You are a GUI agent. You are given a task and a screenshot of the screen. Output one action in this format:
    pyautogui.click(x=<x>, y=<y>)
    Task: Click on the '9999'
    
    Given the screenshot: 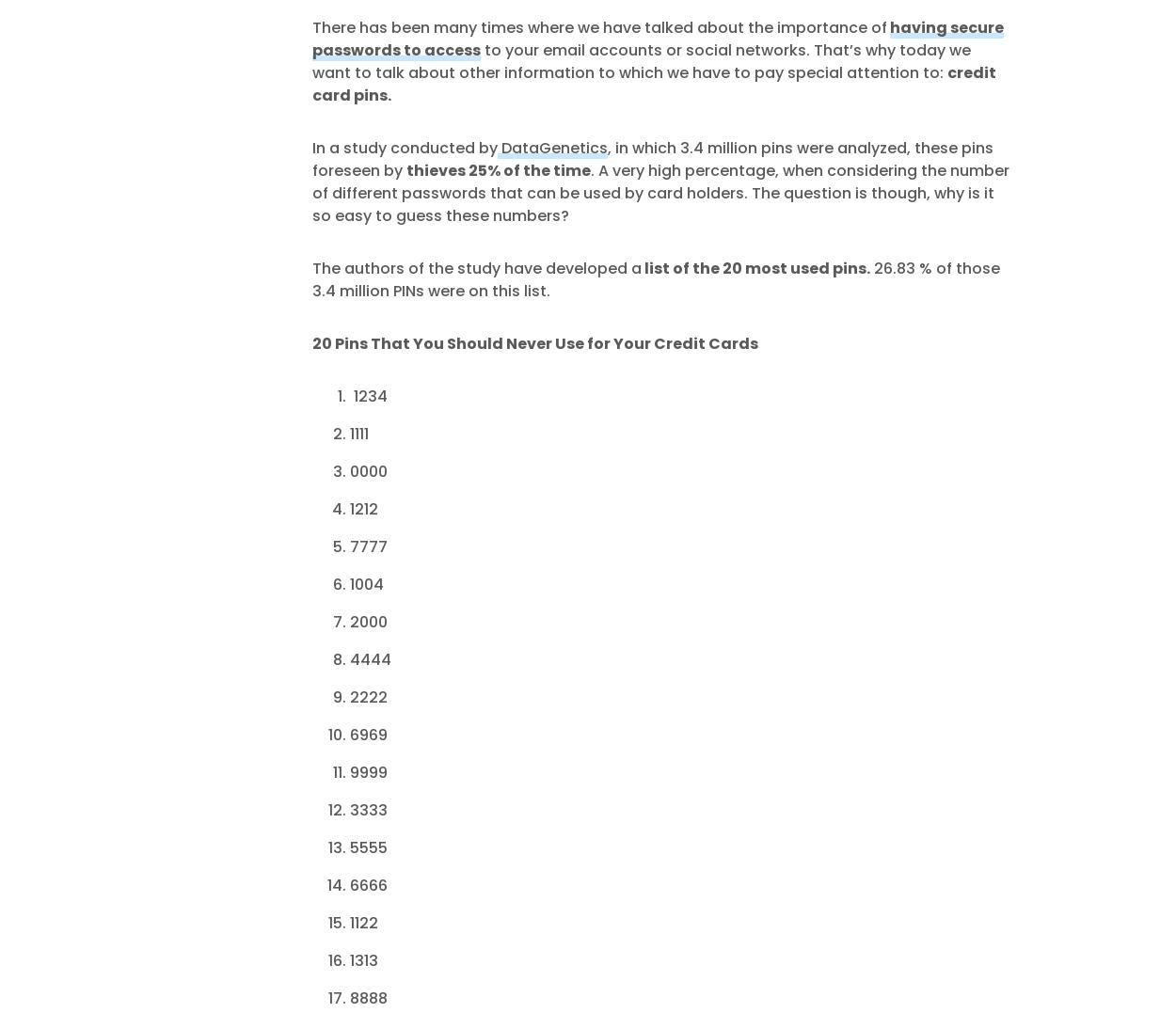 What is the action you would take?
    pyautogui.click(x=368, y=771)
    